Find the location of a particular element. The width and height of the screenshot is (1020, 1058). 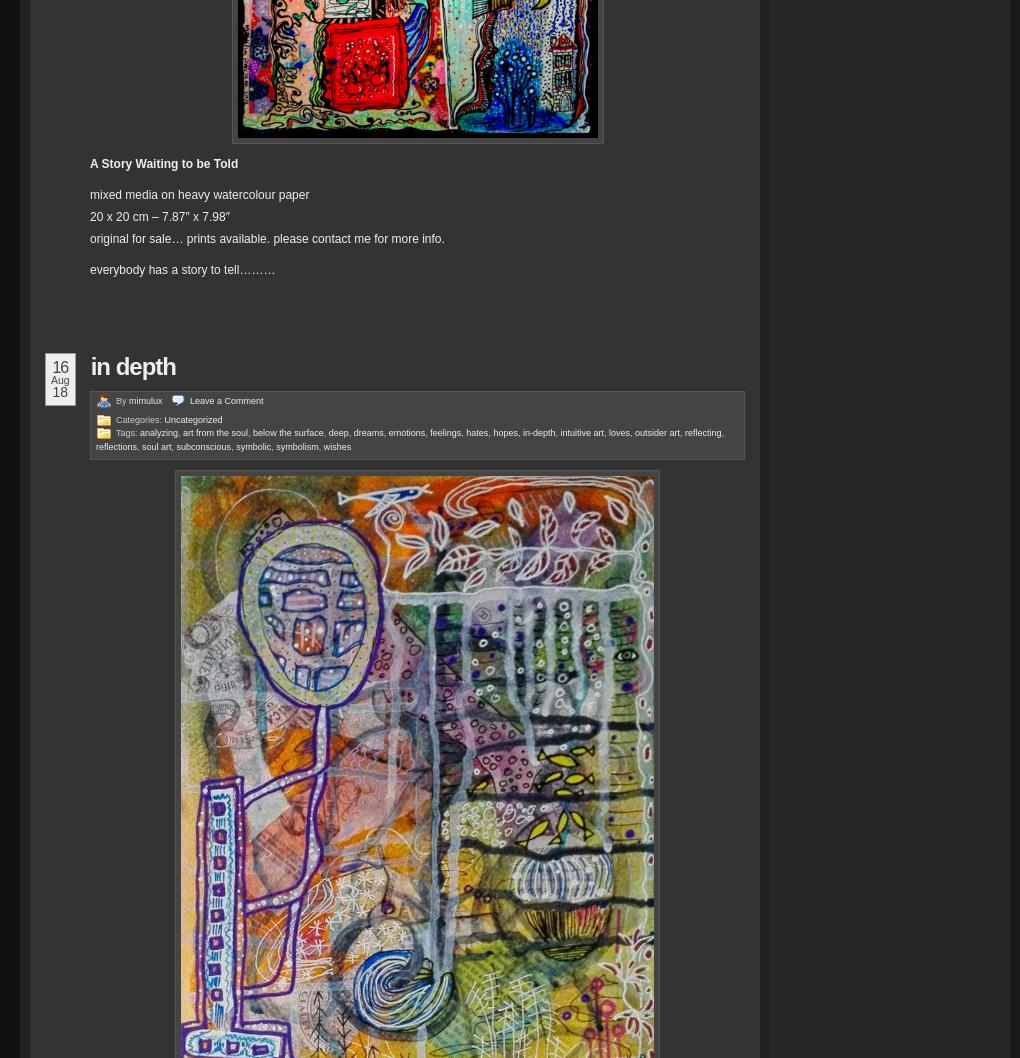

'symbolism' is located at coordinates (275, 445).